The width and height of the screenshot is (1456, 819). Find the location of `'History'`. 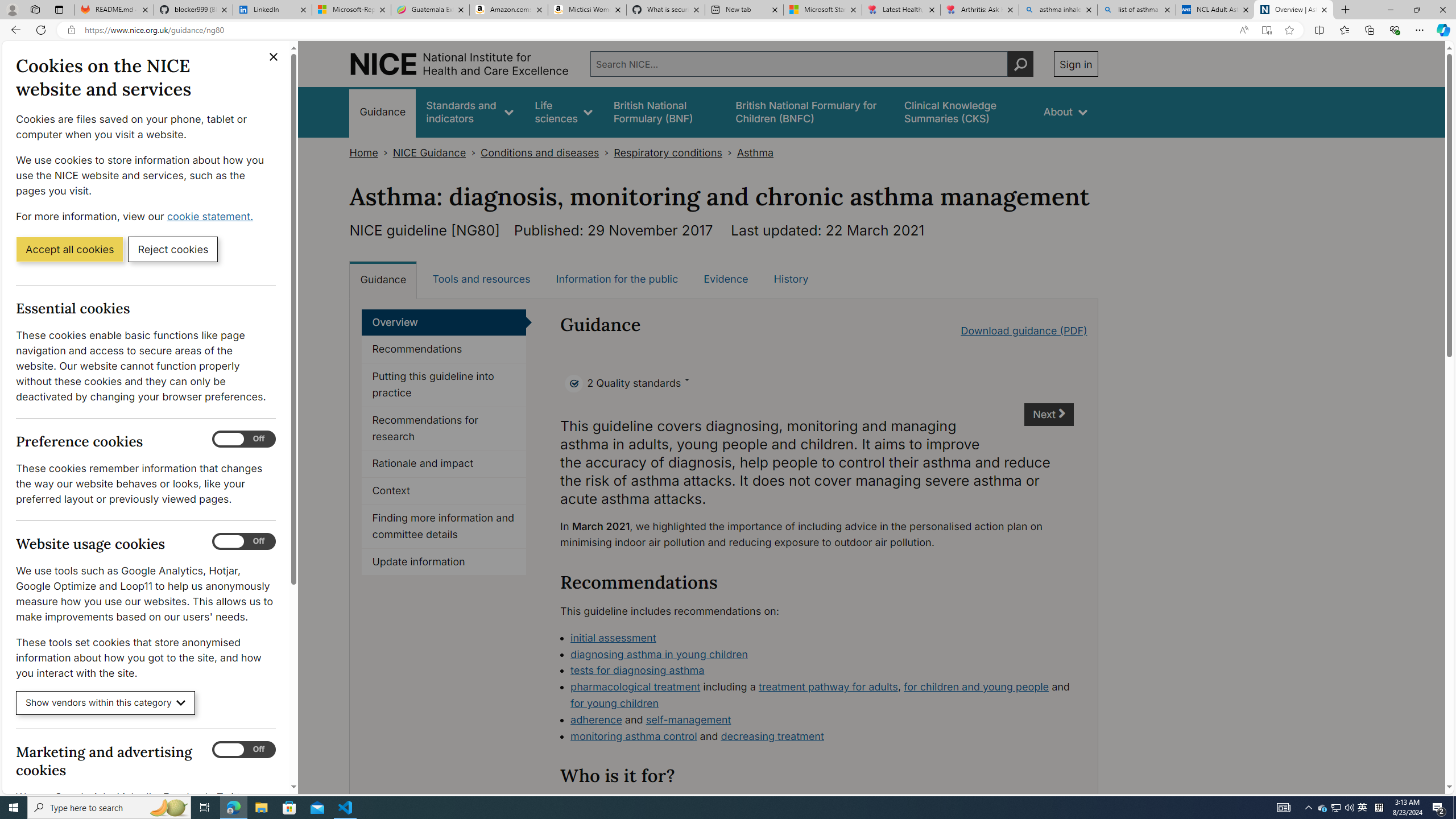

'History' is located at coordinates (791, 279).